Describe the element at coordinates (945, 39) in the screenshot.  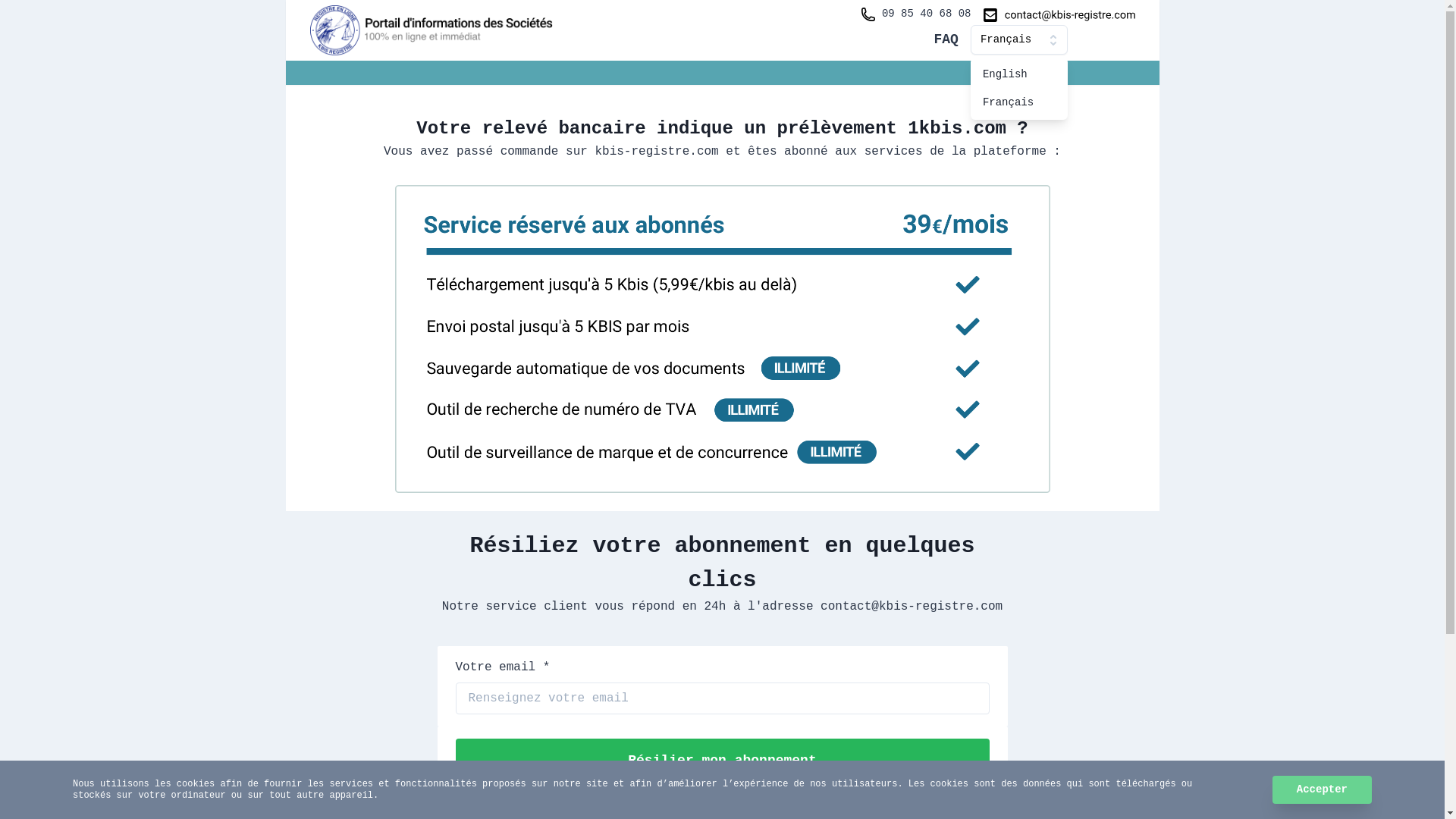
I see `'FAQ'` at that location.